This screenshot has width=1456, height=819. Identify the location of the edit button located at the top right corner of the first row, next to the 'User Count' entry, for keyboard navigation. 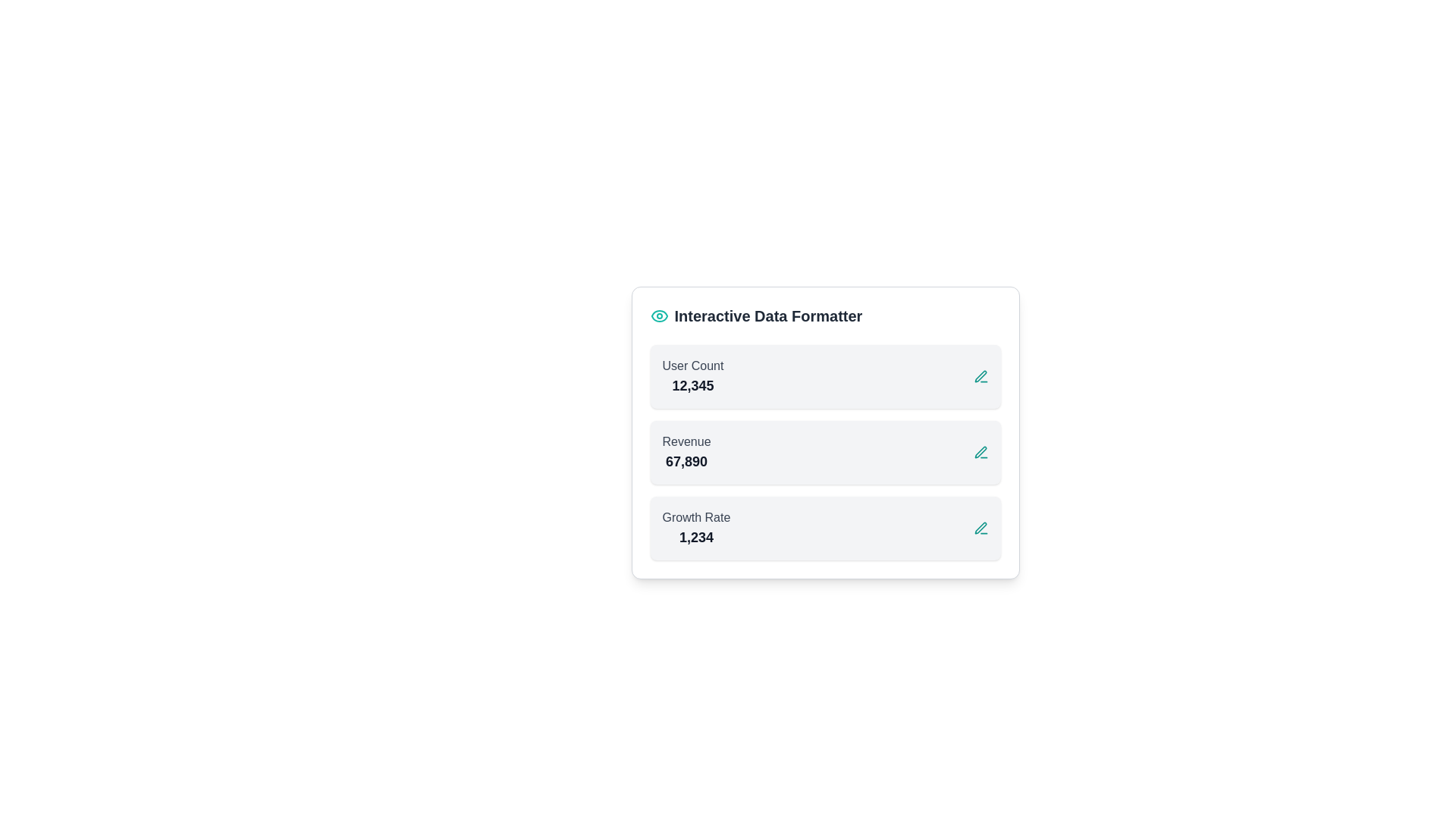
(981, 376).